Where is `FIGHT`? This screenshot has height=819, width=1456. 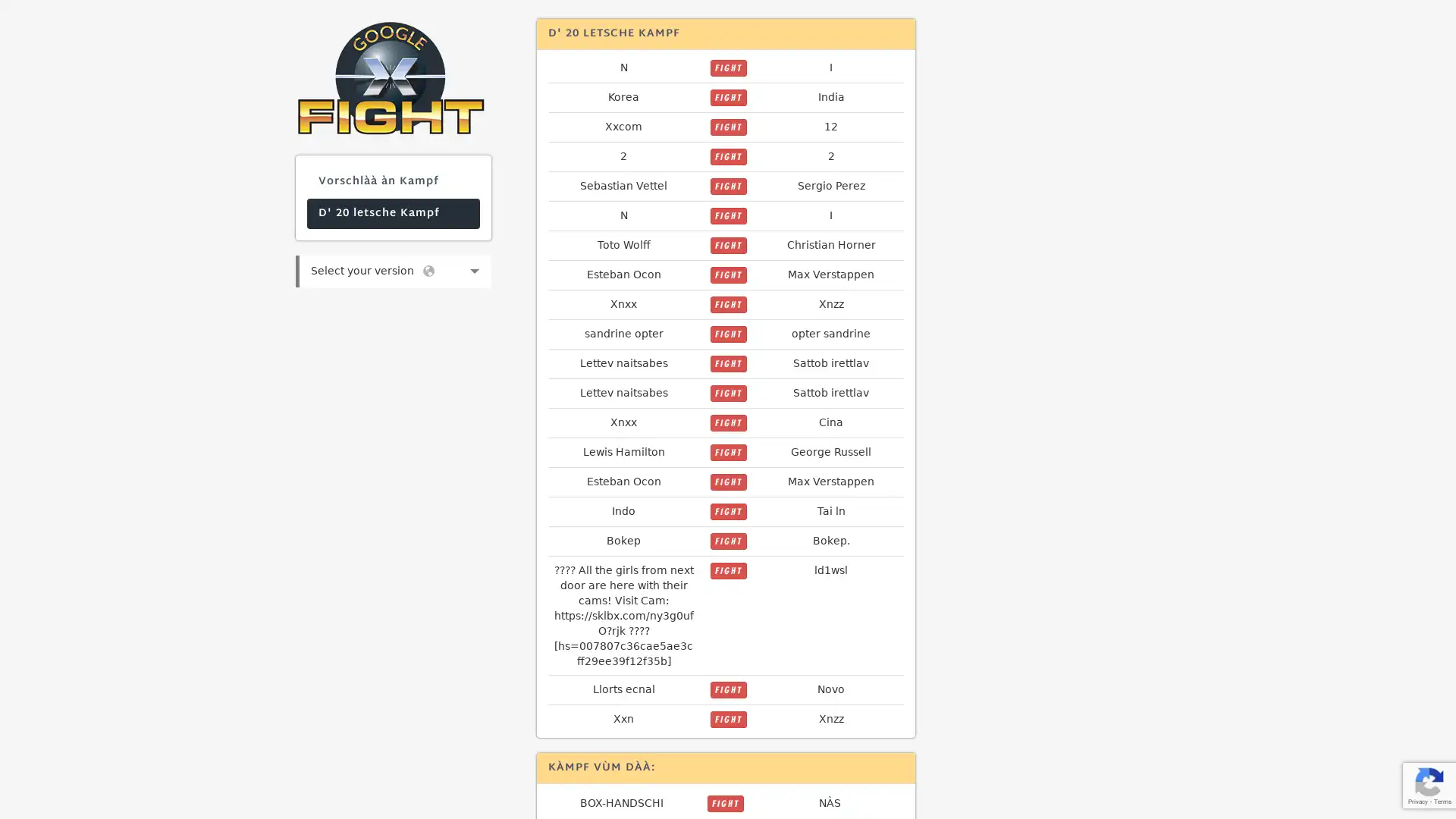
FIGHT is located at coordinates (728, 97).